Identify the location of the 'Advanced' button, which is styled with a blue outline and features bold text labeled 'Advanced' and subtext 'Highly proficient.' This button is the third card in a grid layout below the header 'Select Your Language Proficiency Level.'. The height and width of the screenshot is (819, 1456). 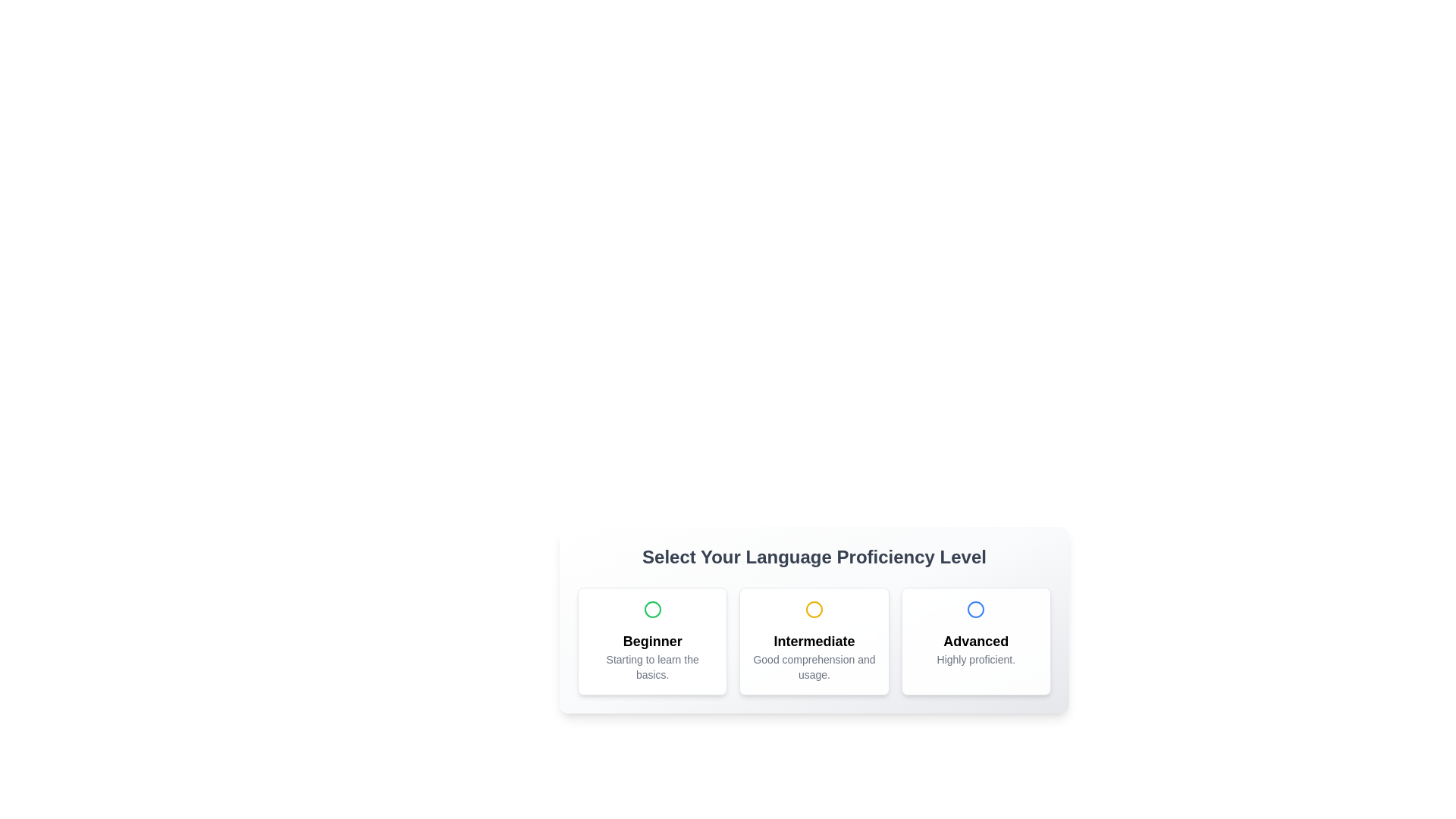
(975, 641).